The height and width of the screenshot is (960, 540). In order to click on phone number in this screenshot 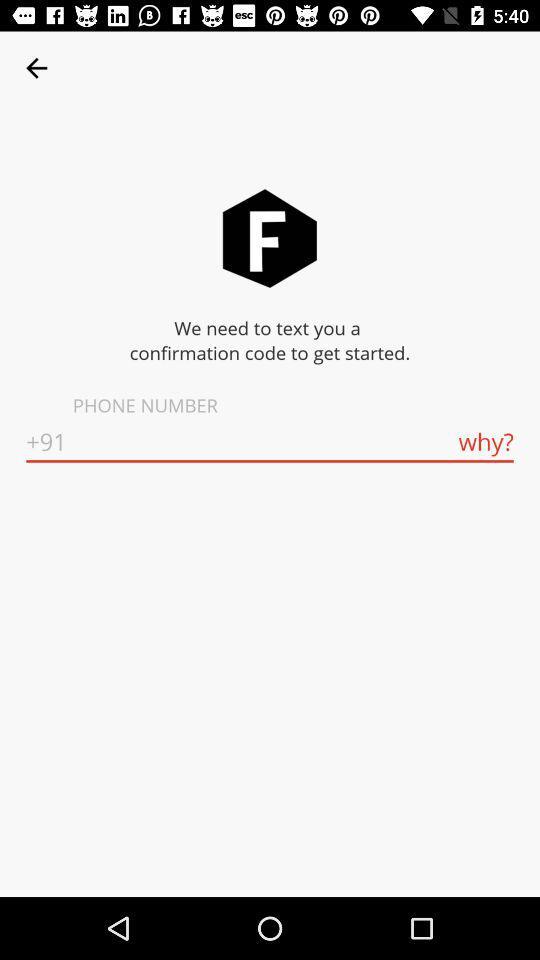, I will do `click(270, 442)`.